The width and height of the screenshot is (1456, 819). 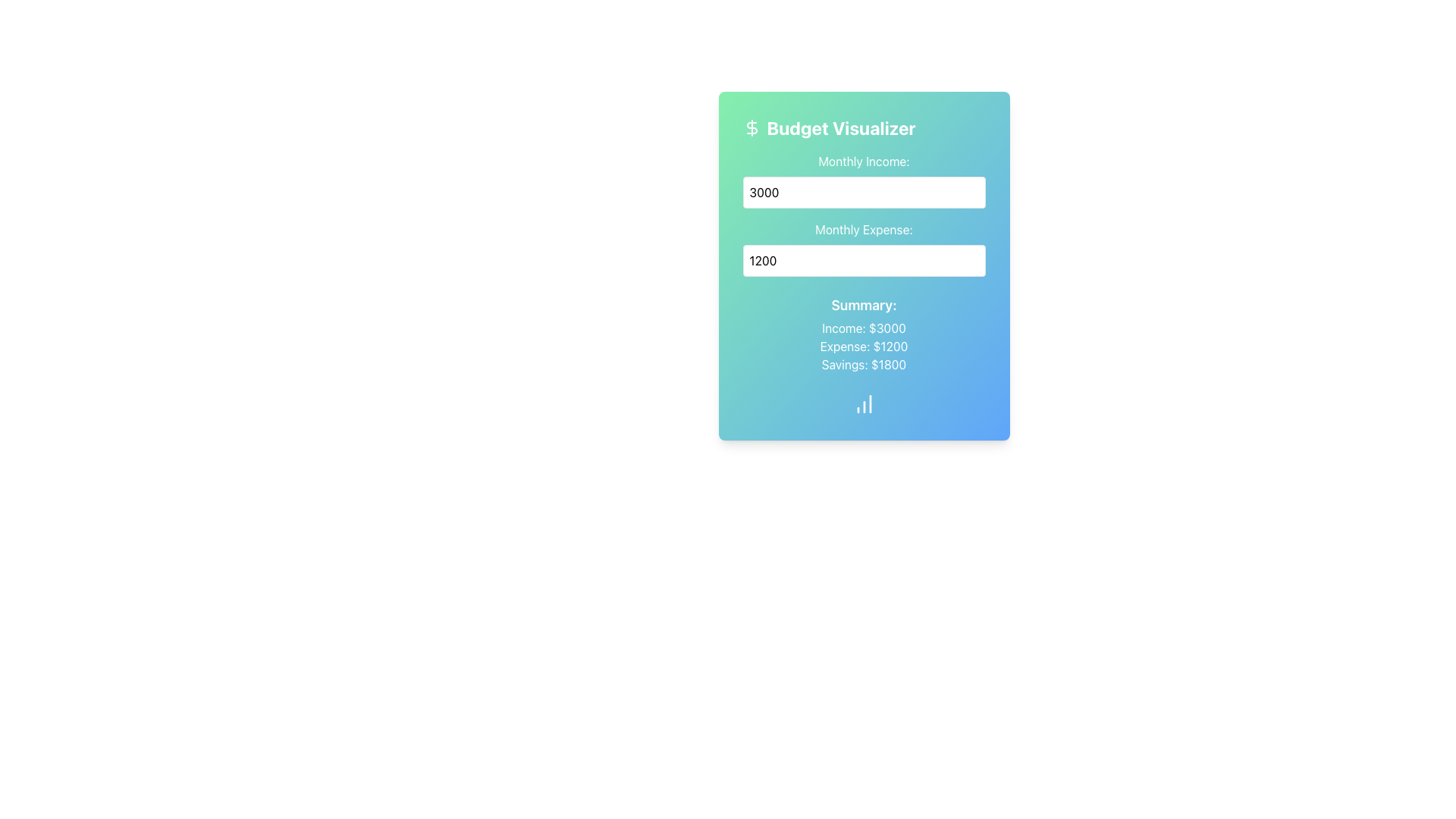 I want to click on the icon located at the bottom of the 'Budget Visualizer' card, which represents data visualization or analytics, so click(x=864, y=403).